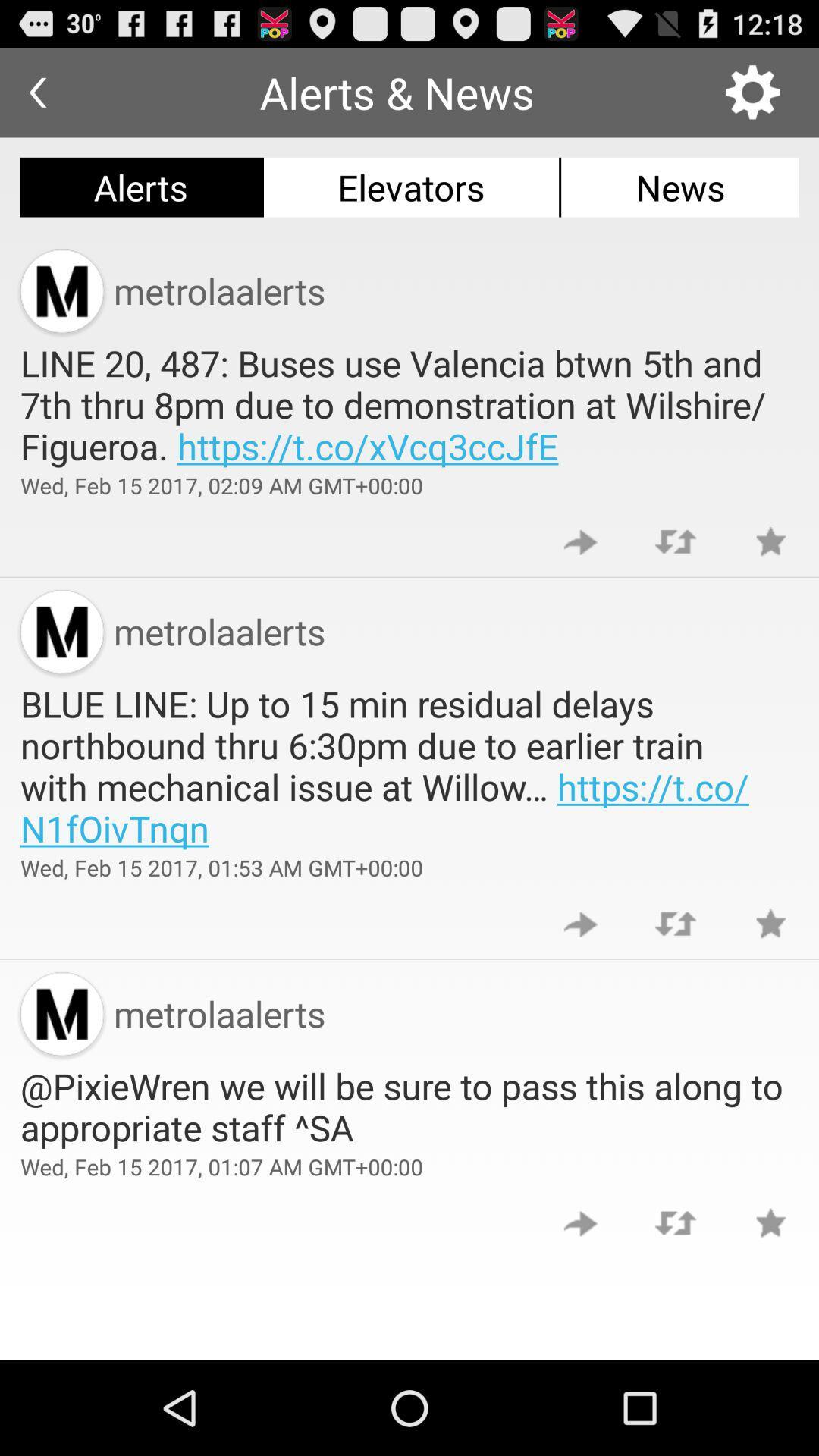 The height and width of the screenshot is (1456, 819). I want to click on item above alerts item, so click(36, 92).